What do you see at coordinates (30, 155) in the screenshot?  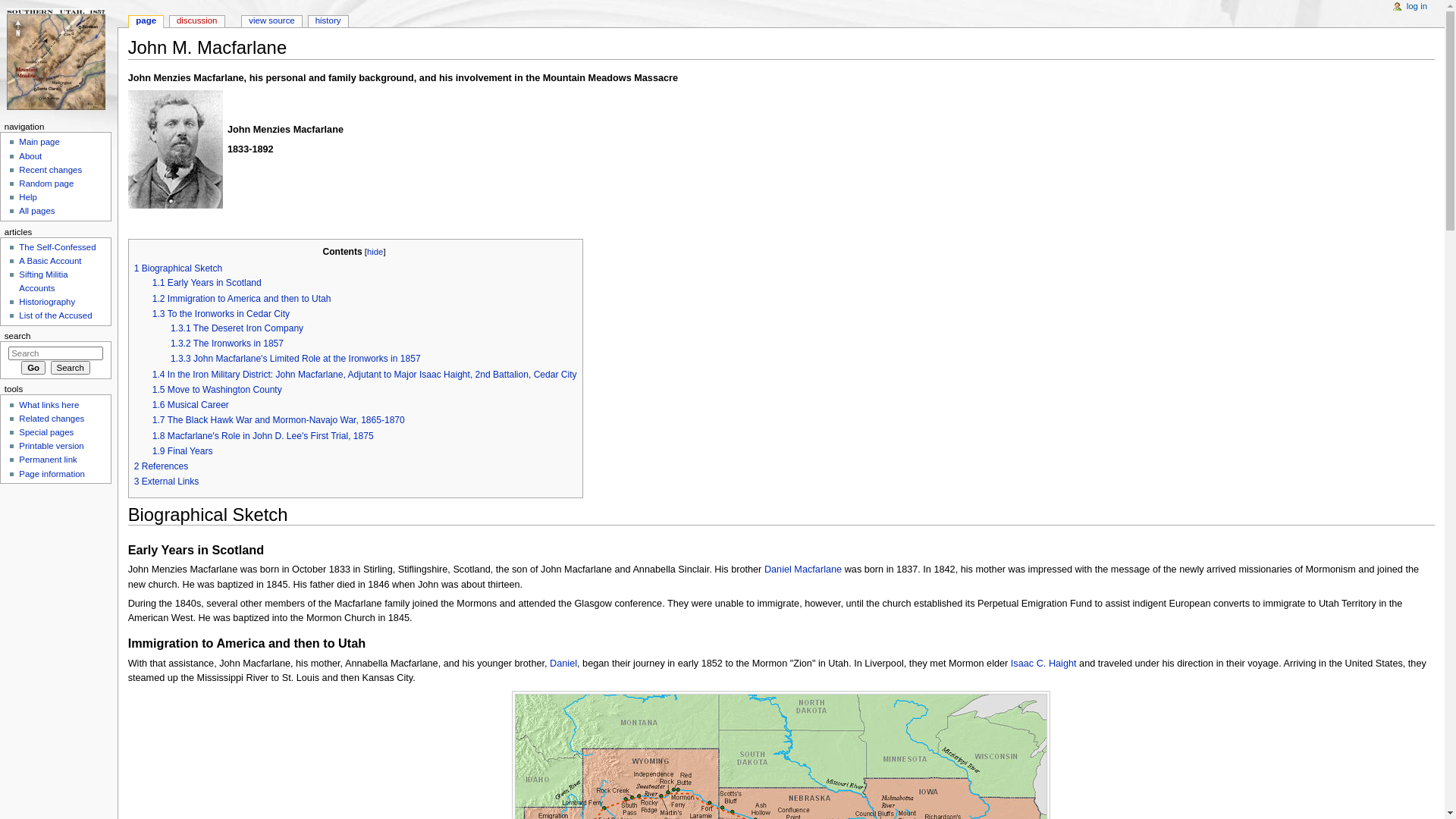 I see `'About'` at bounding box center [30, 155].